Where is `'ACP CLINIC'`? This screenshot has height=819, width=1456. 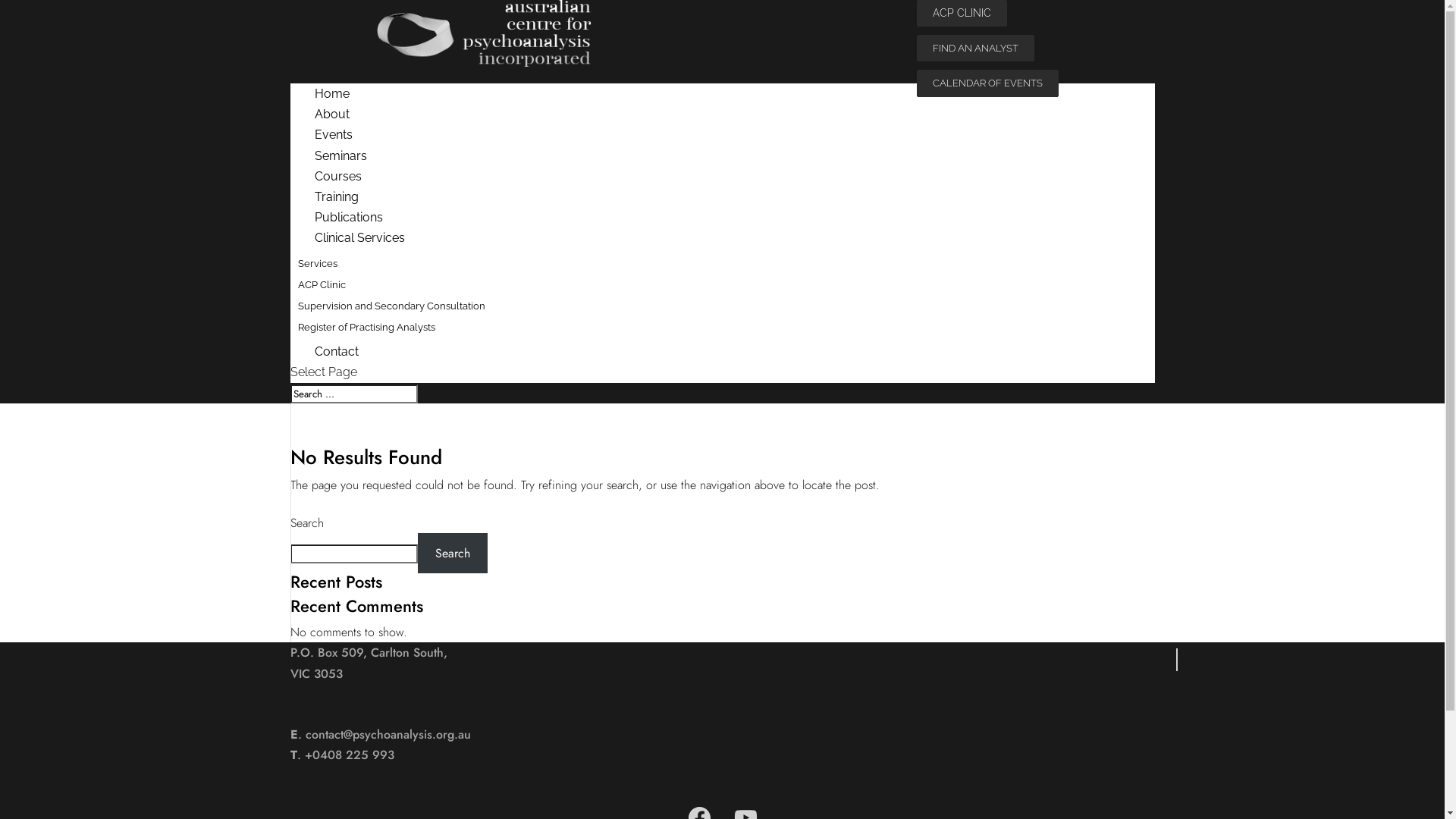
'ACP CLINIC' is located at coordinates (960, 13).